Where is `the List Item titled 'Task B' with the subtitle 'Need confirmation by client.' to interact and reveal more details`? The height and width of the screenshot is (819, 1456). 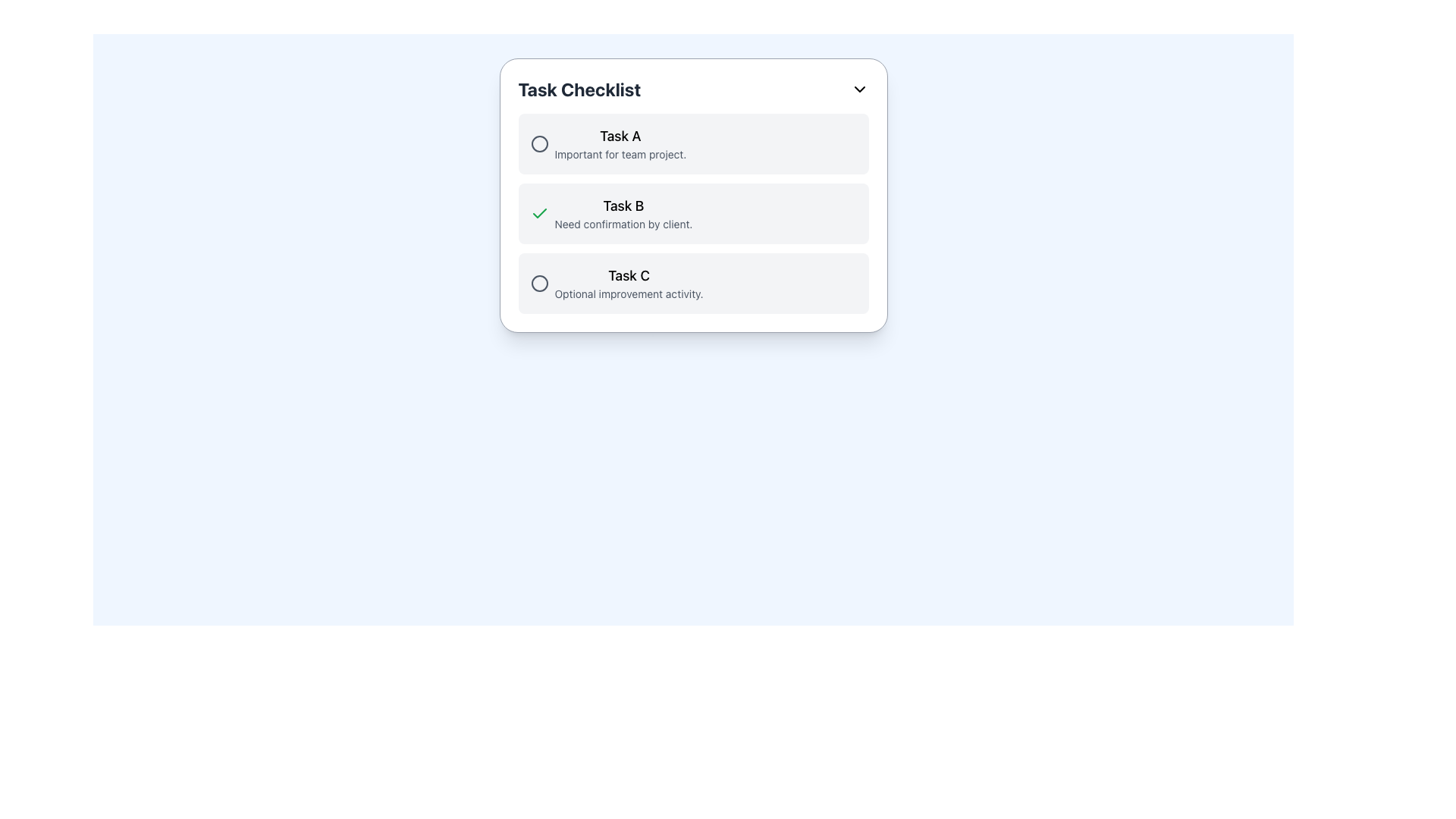 the List Item titled 'Task B' with the subtitle 'Need confirmation by client.' to interact and reveal more details is located at coordinates (611, 213).